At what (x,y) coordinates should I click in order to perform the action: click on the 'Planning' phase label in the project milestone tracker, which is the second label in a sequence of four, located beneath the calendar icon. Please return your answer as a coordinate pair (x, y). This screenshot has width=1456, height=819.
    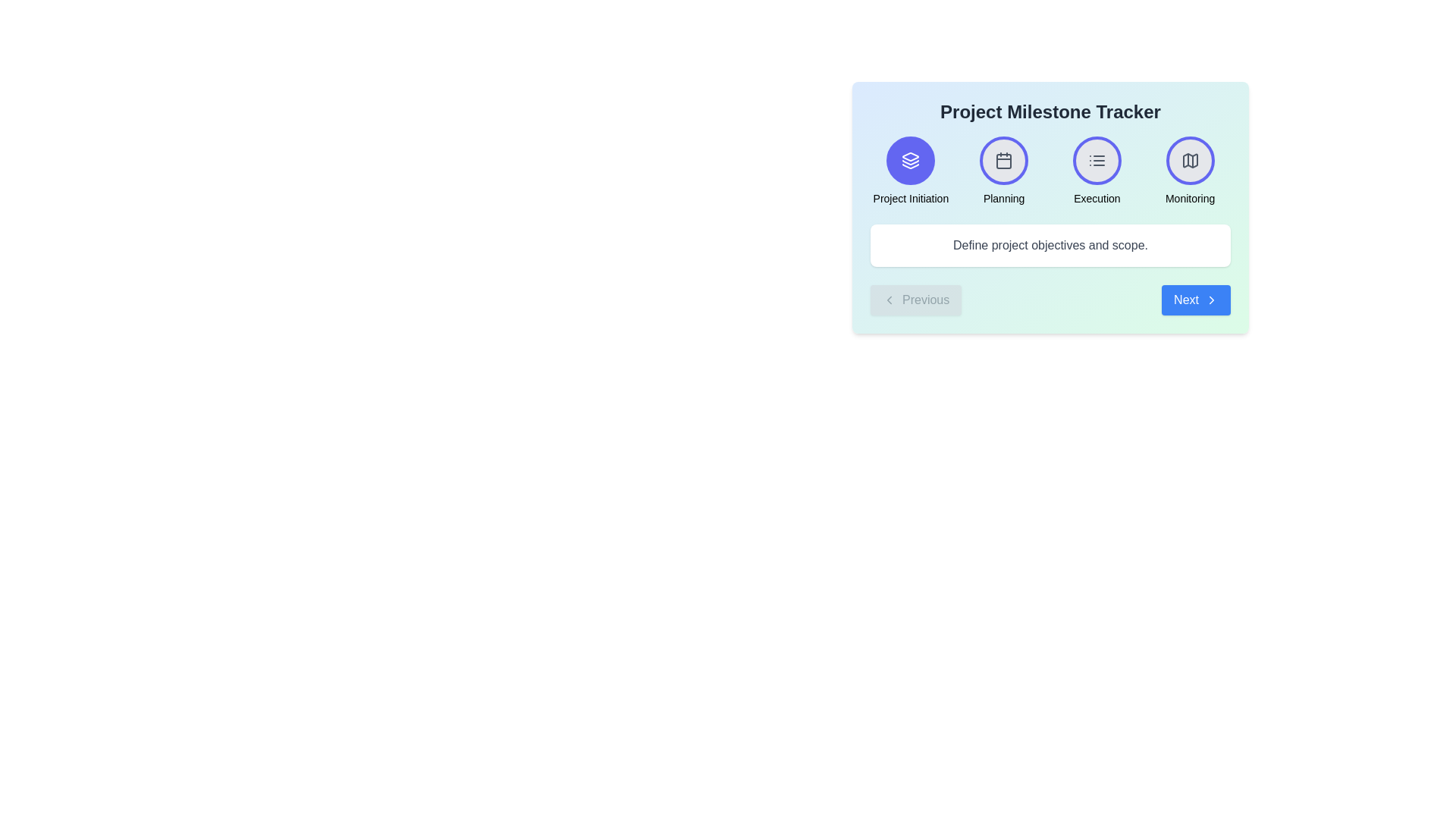
    Looking at the image, I should click on (1004, 198).